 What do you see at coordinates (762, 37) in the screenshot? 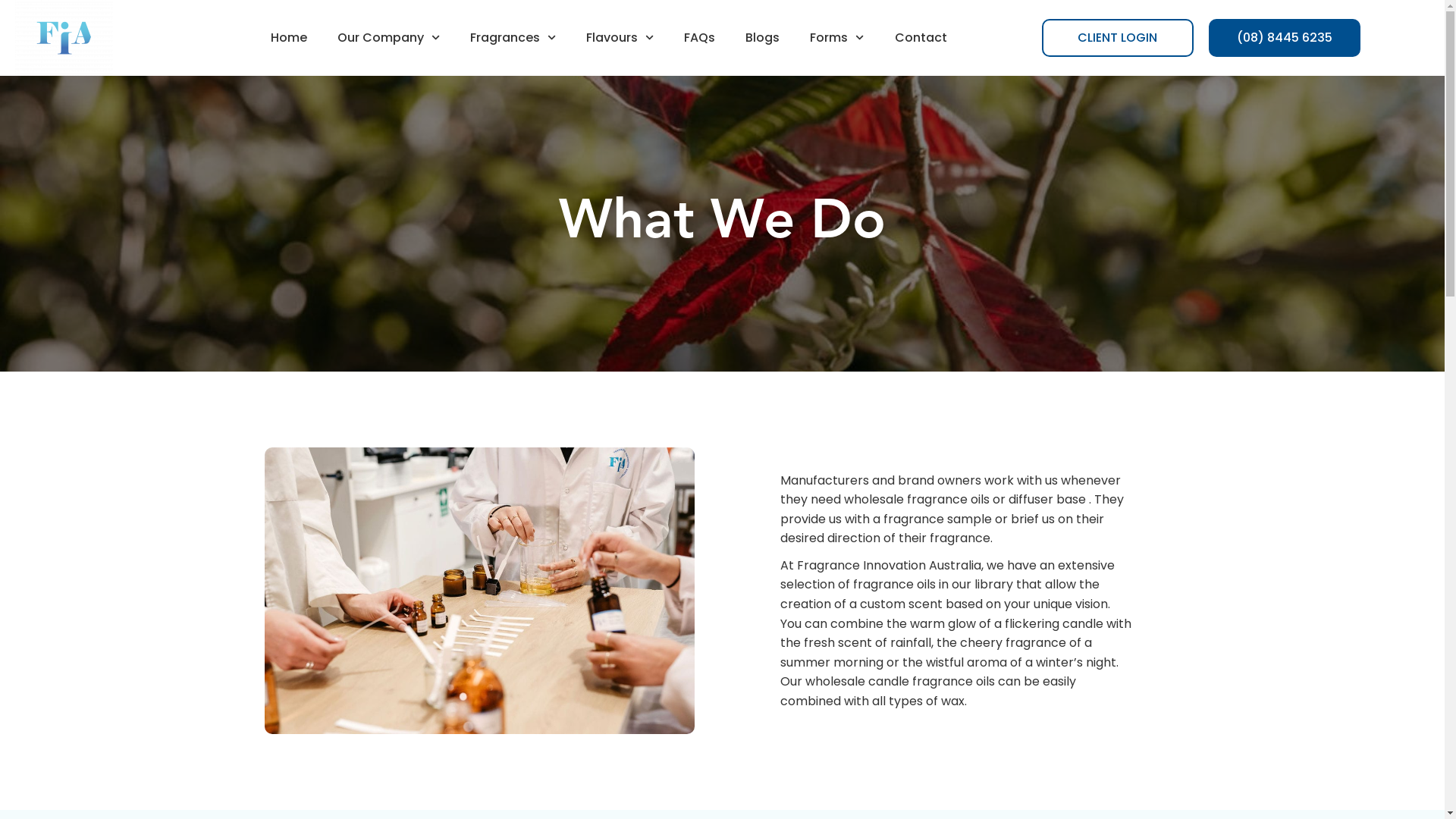
I see `'Blogs'` at bounding box center [762, 37].